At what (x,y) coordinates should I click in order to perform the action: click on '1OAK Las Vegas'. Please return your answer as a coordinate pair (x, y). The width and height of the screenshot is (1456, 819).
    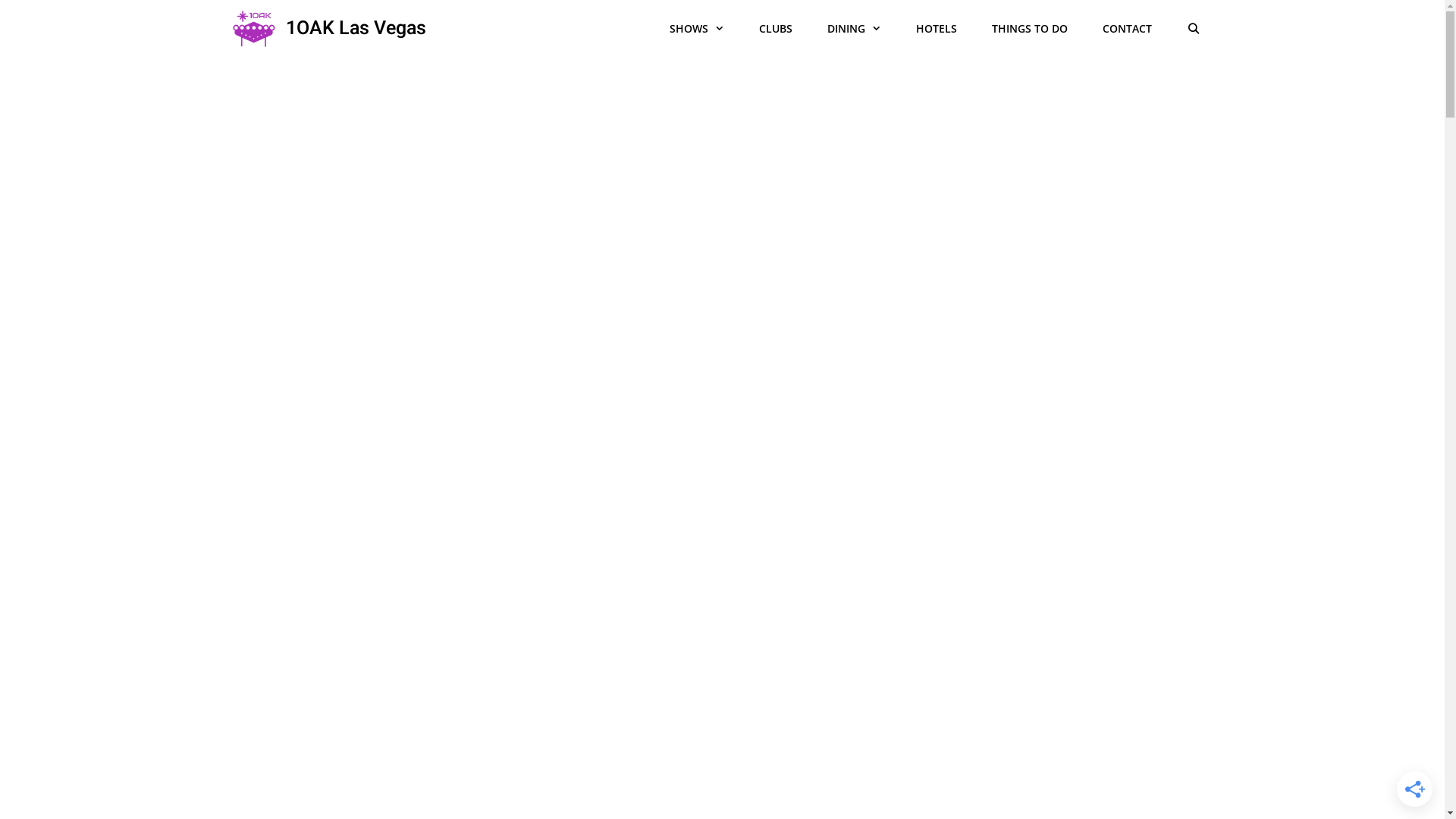
    Looking at the image, I should click on (228, 29).